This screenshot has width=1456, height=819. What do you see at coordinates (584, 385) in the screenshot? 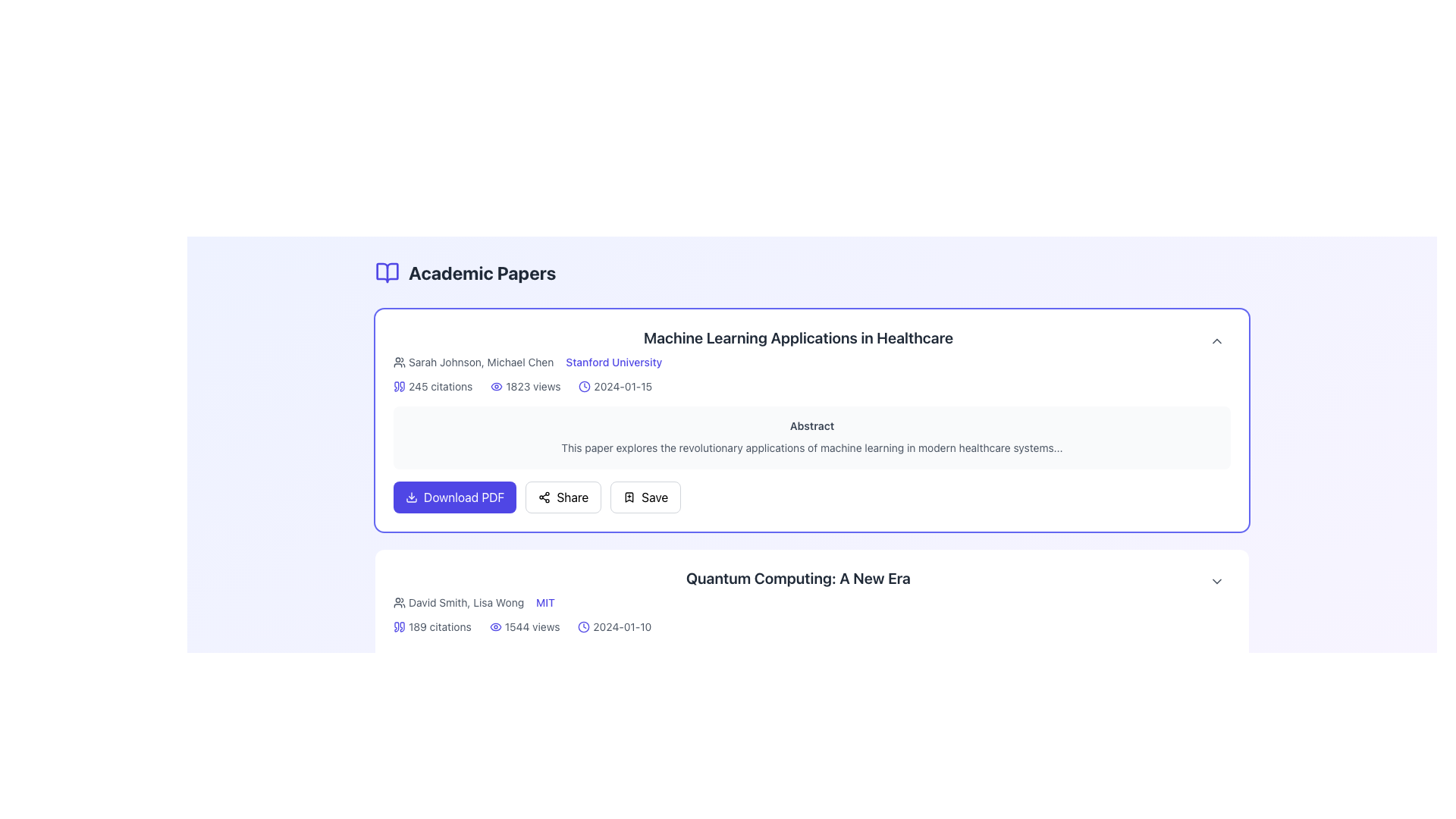
I see `the SVG circle element that is part of the clock icon, located adjacent to the publication title in the metadata of the first listed publication` at bounding box center [584, 385].